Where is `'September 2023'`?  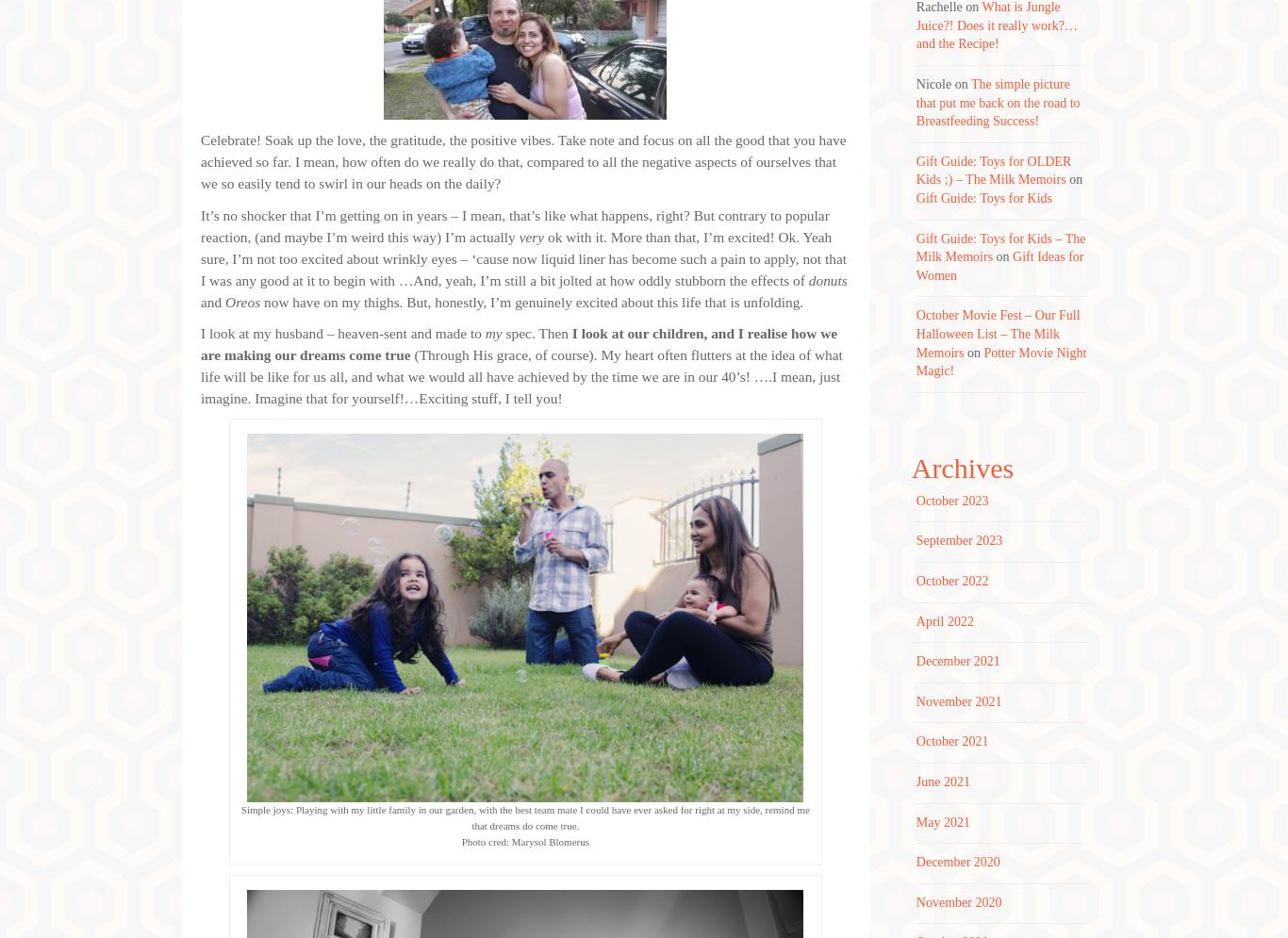
'September 2023' is located at coordinates (958, 540).